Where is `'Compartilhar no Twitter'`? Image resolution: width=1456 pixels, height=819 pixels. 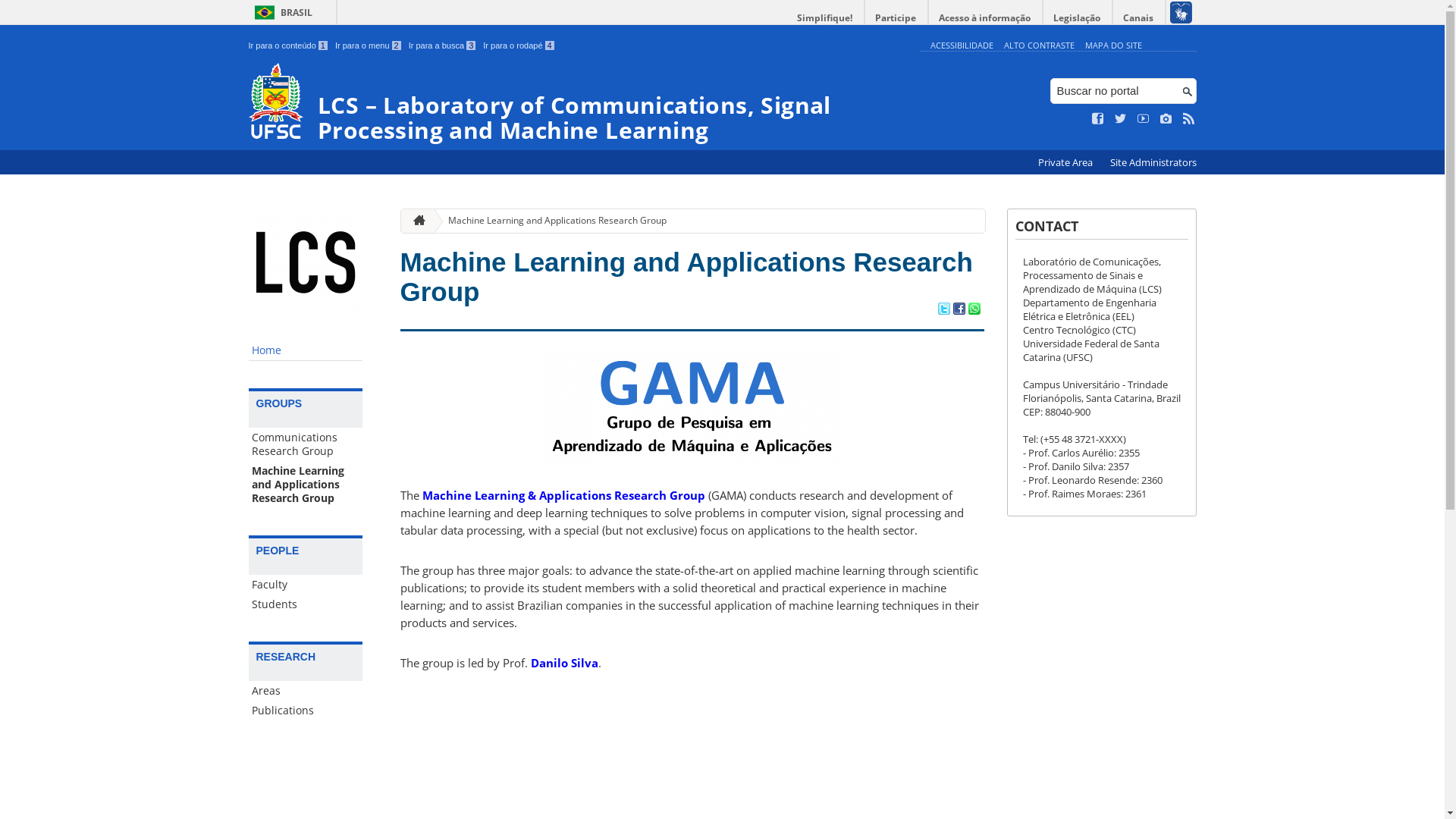
'Compartilhar no Twitter' is located at coordinates (942, 309).